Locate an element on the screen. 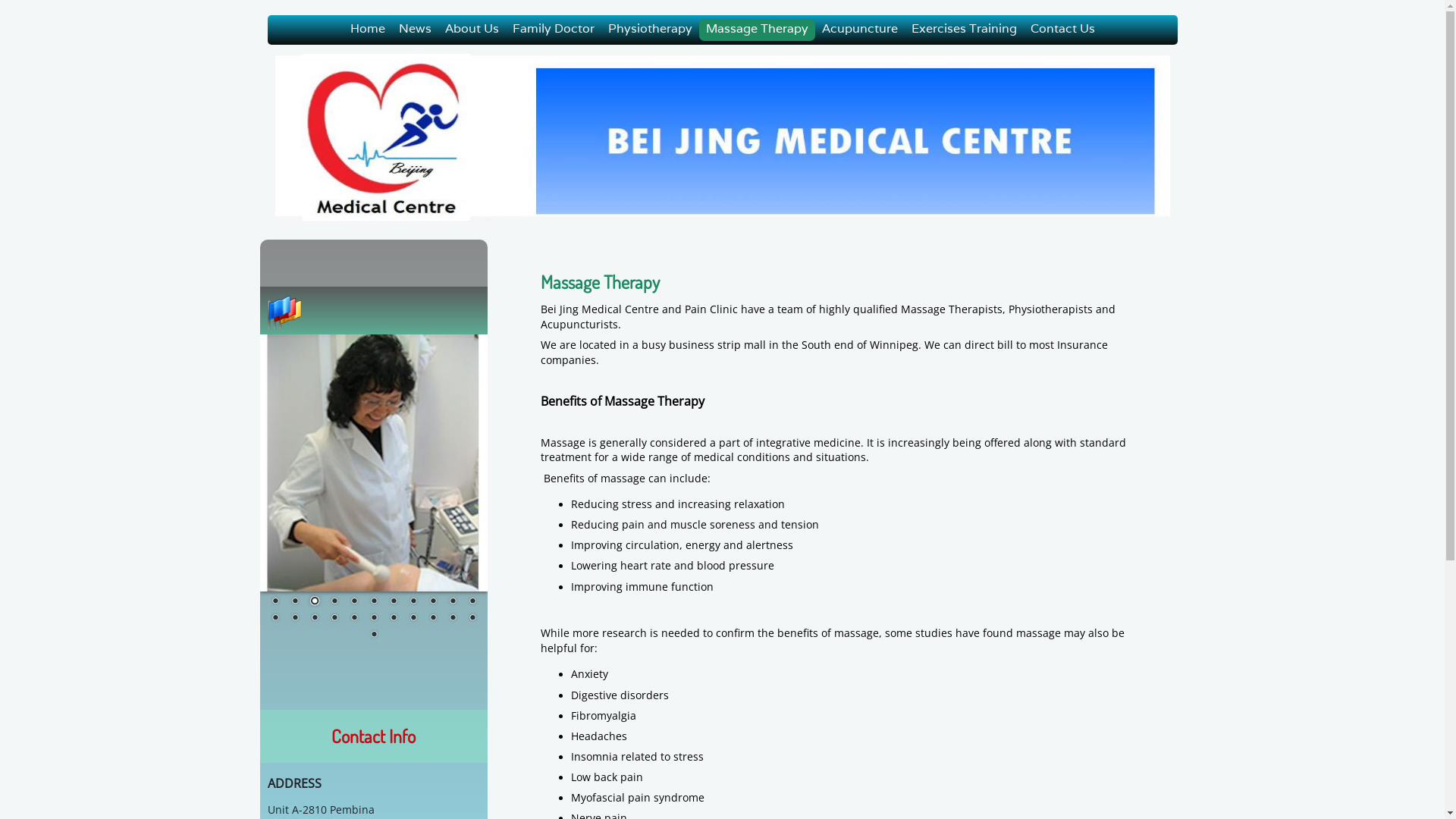  'Physiotherapy' is located at coordinates (649, 30).